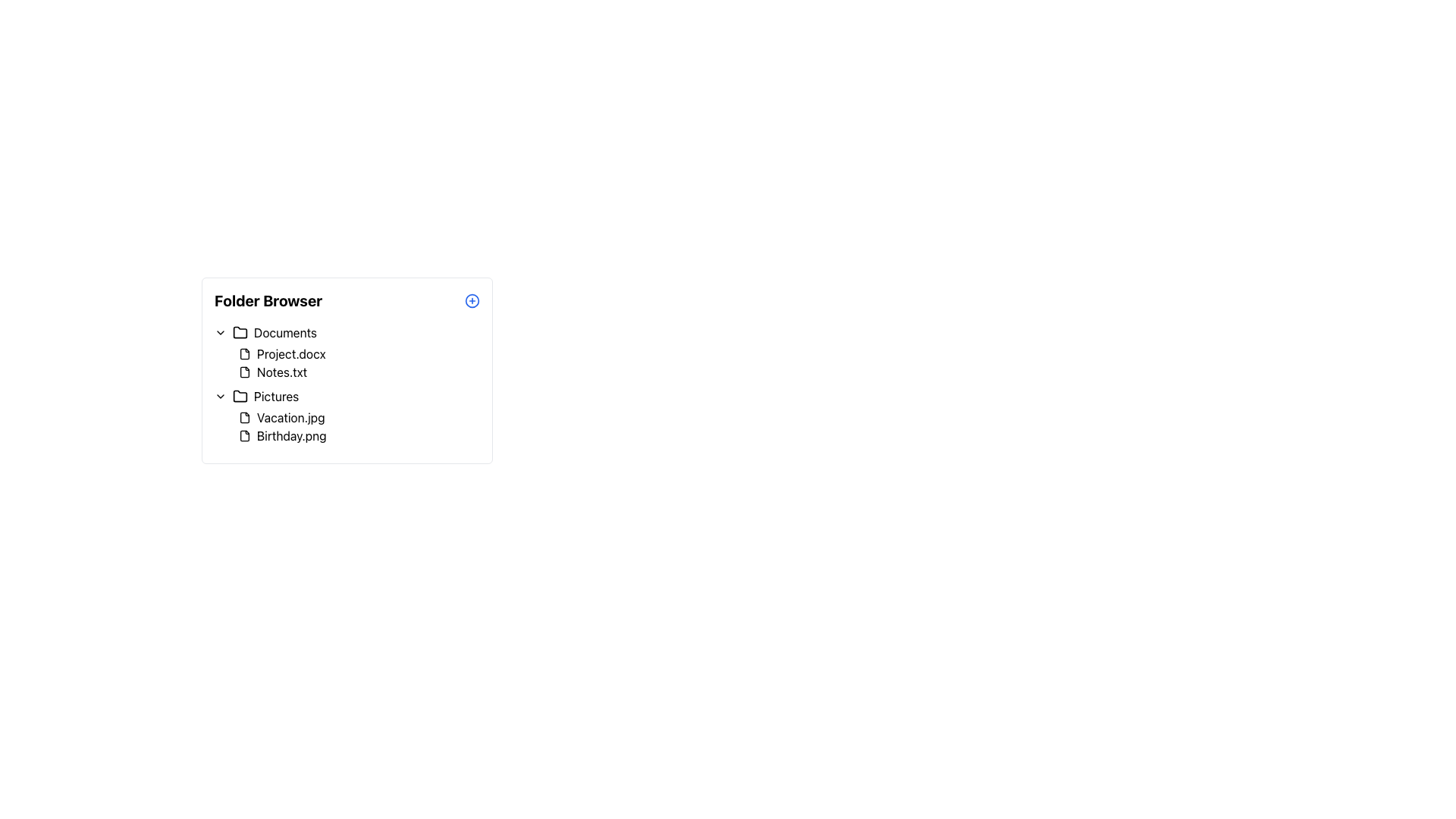 The width and height of the screenshot is (1456, 819). What do you see at coordinates (268, 301) in the screenshot?
I see `text from the bold label that says 'Folder Browser' located at the top of the folder navigation interface` at bounding box center [268, 301].